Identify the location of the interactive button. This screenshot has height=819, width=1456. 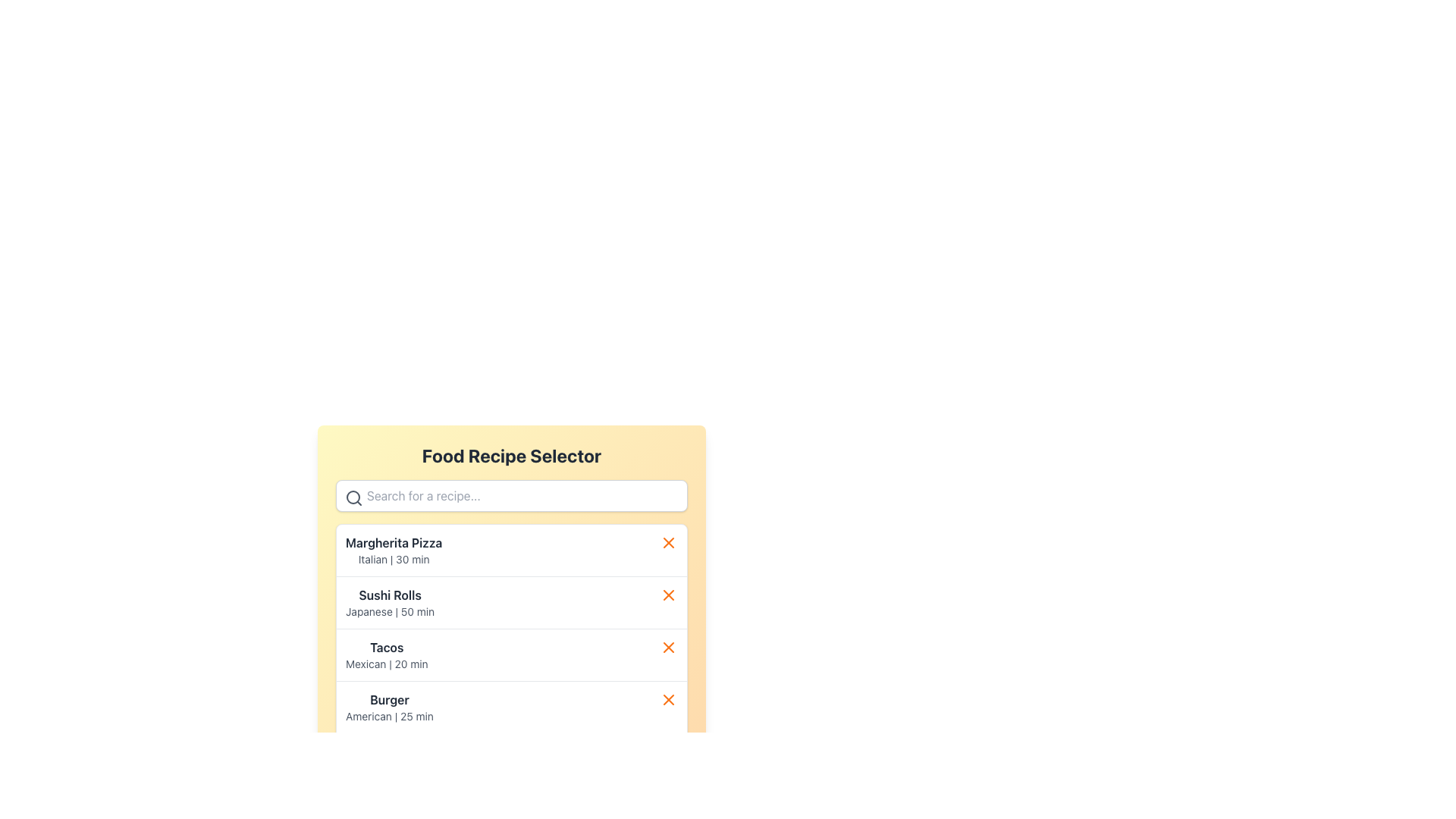
(668, 647).